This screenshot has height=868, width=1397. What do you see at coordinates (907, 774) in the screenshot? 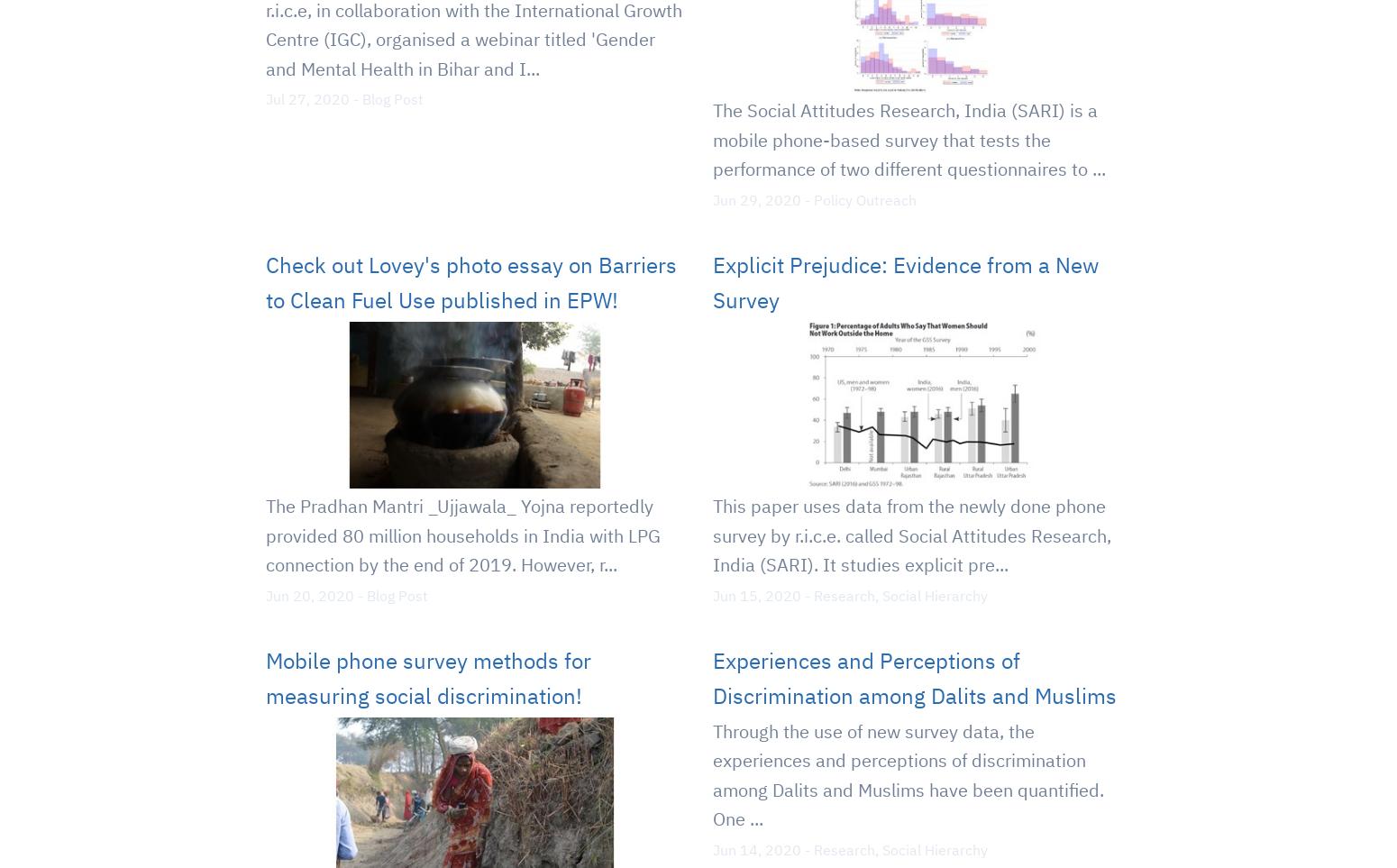
I see `'Through the use of new survey data, the experiences and perceptions of discrimination among Dalits and Muslims have been quantified. One ...'` at bounding box center [907, 774].